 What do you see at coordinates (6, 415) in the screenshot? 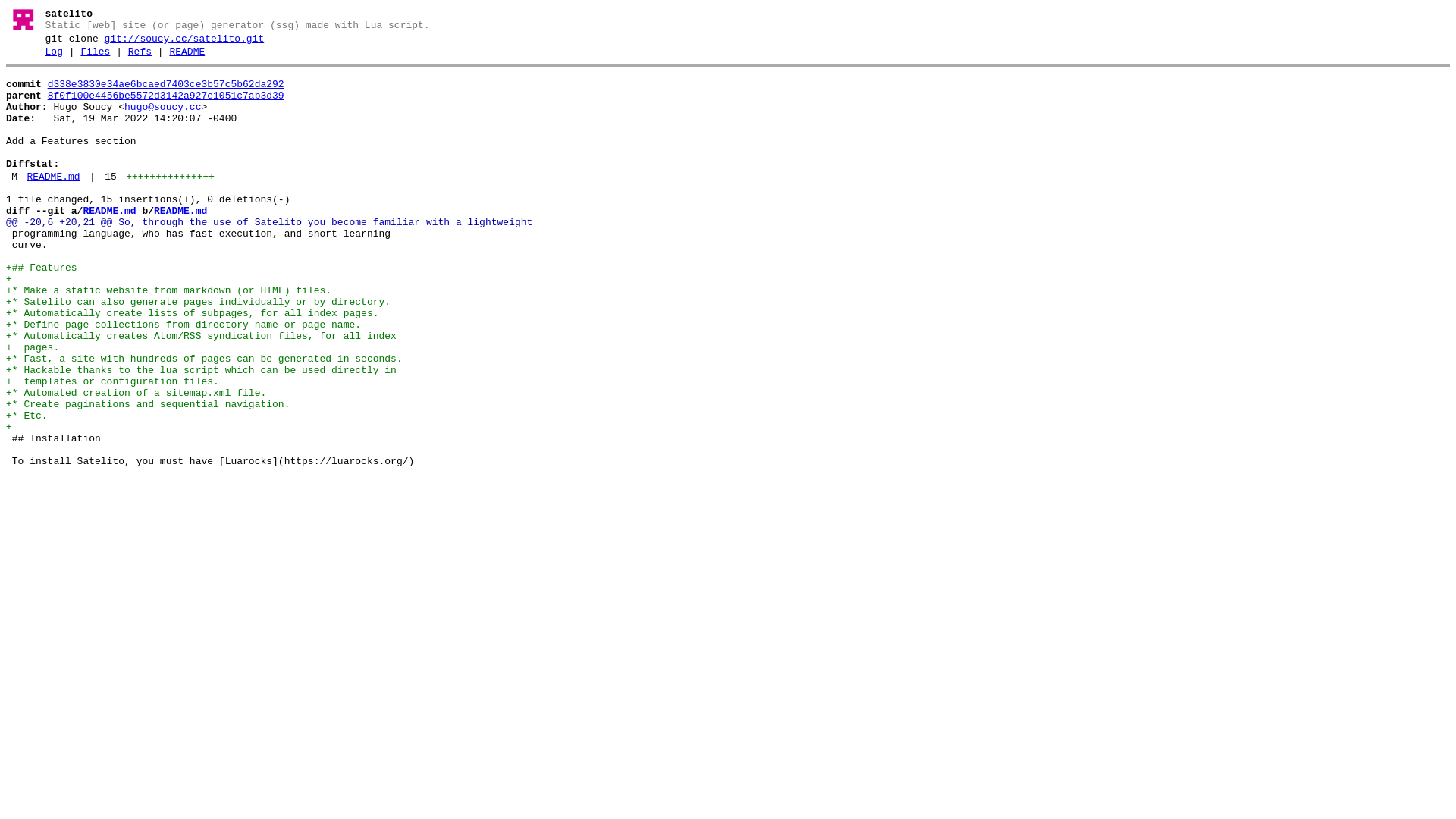
I see `'+* Etc.'` at bounding box center [6, 415].